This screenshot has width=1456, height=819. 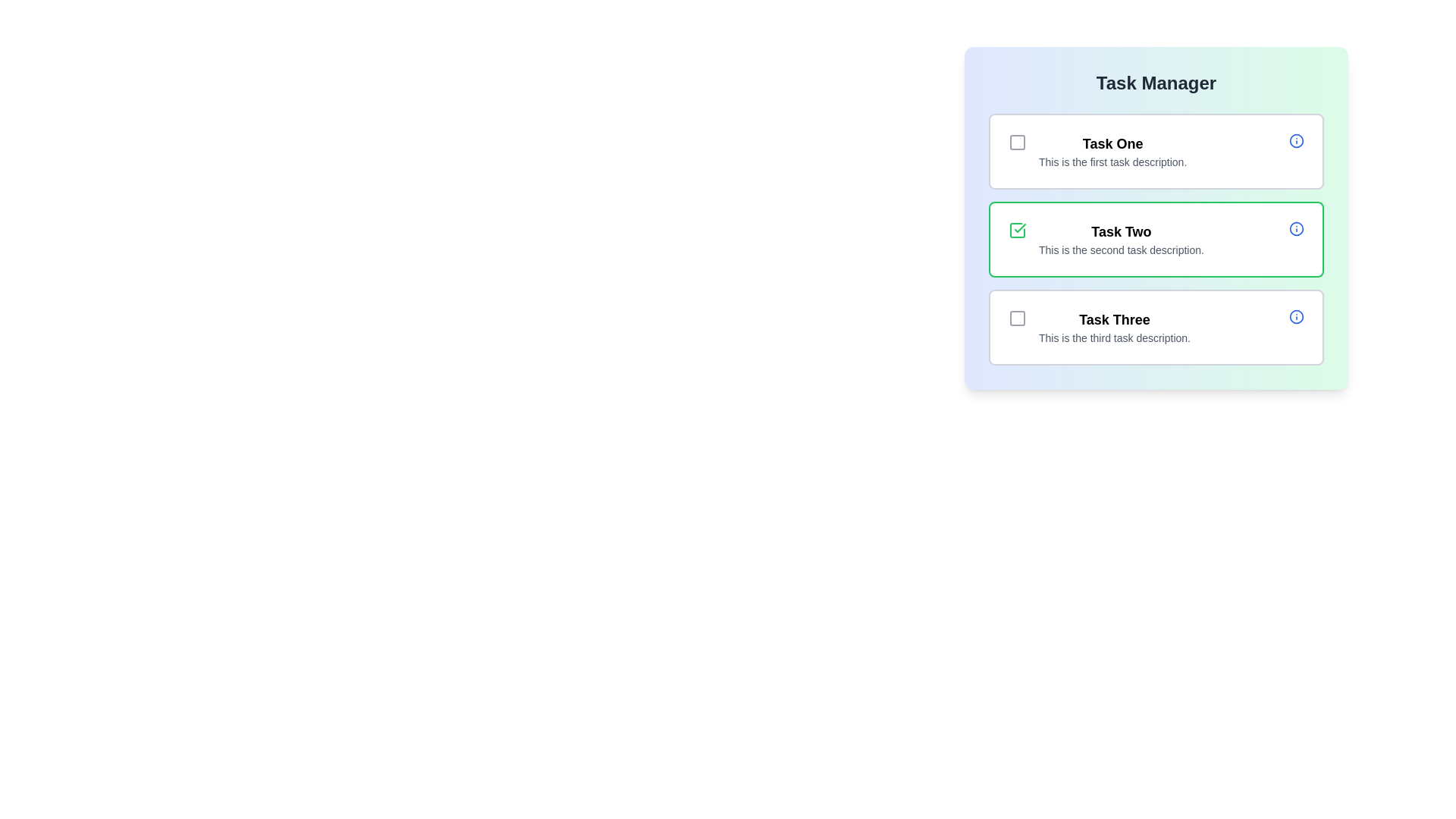 I want to click on the central circular shape of the information icon located to the right of the 'Task Two' entry in the task manager interface, so click(x=1295, y=228).